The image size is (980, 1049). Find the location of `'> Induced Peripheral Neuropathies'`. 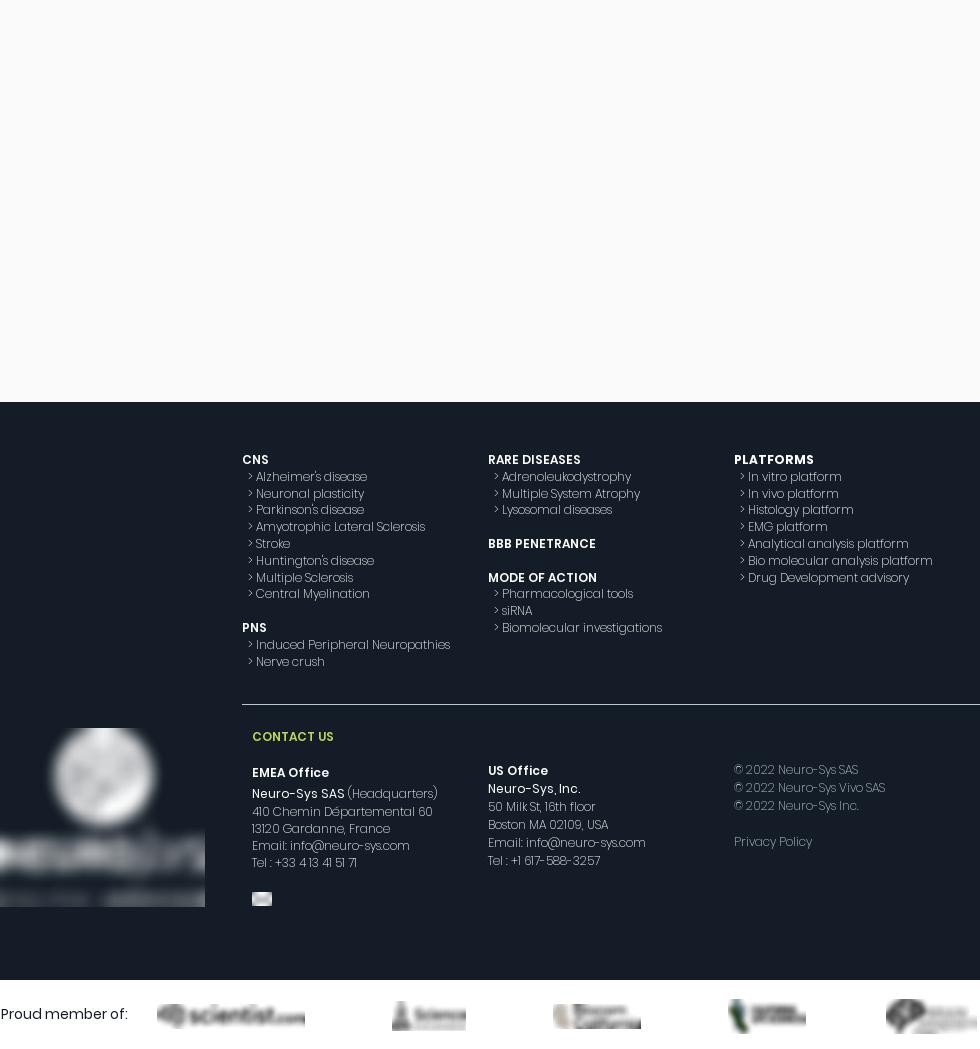

'> Induced Peripheral Neuropathies' is located at coordinates (346, 643).